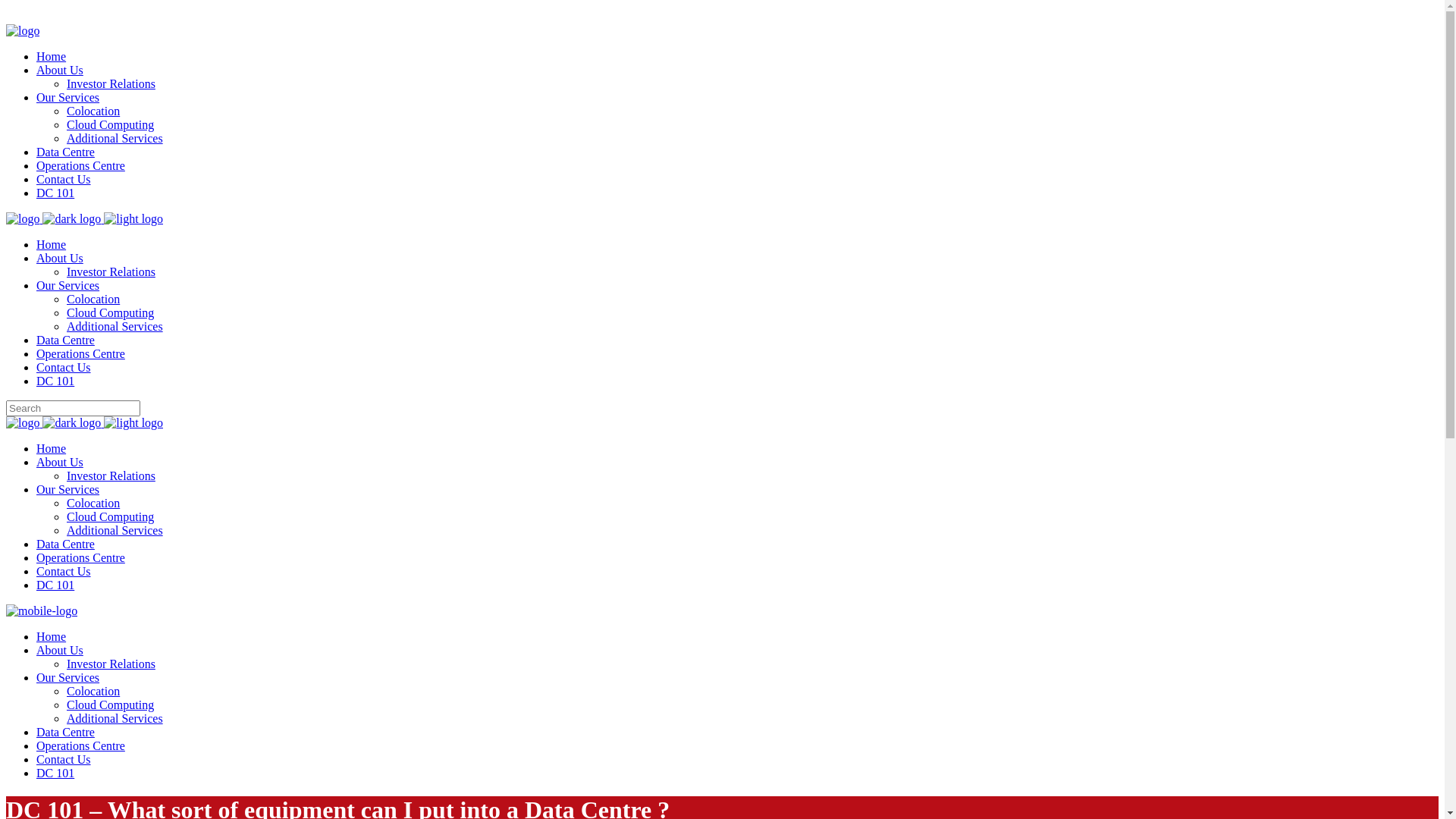 This screenshot has width=1456, height=819. What do you see at coordinates (51, 243) in the screenshot?
I see `'Home'` at bounding box center [51, 243].